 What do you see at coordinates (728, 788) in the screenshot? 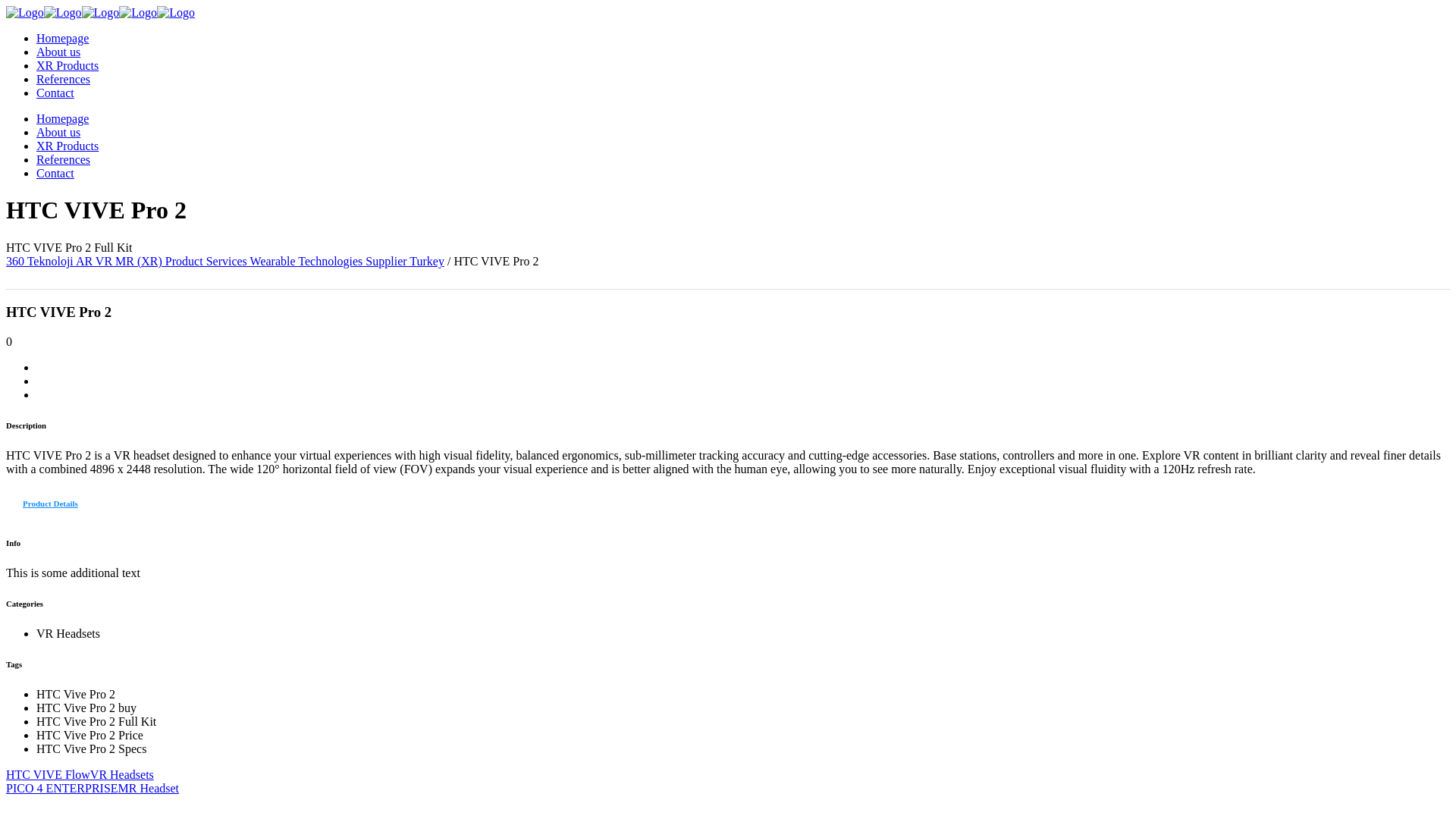
I see `'PICO 4 ENTERPRISEMR Headset'` at bounding box center [728, 788].